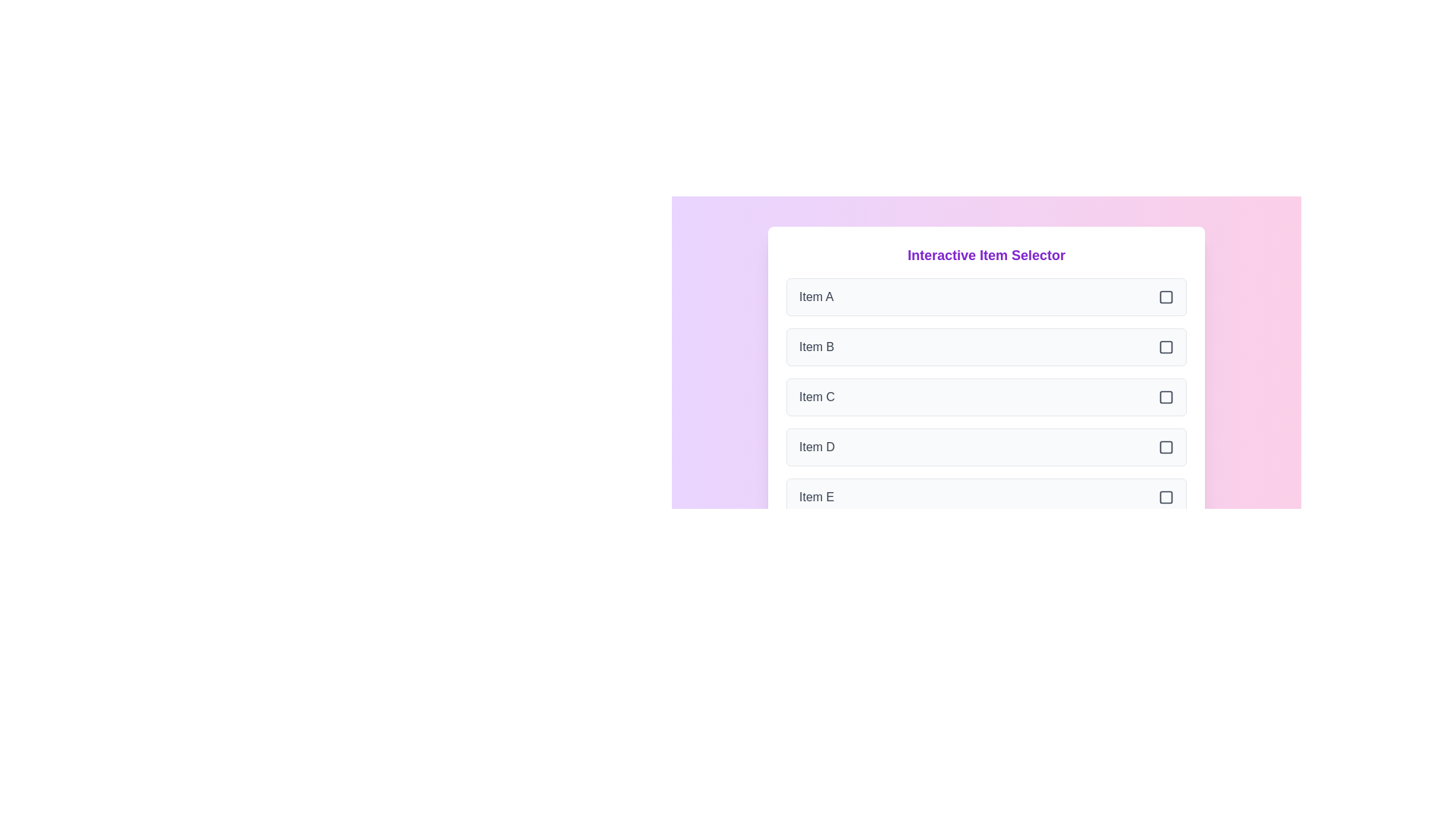 This screenshot has width=1456, height=819. What do you see at coordinates (986, 497) in the screenshot?
I see `the item Item E to observe its hover effect` at bounding box center [986, 497].